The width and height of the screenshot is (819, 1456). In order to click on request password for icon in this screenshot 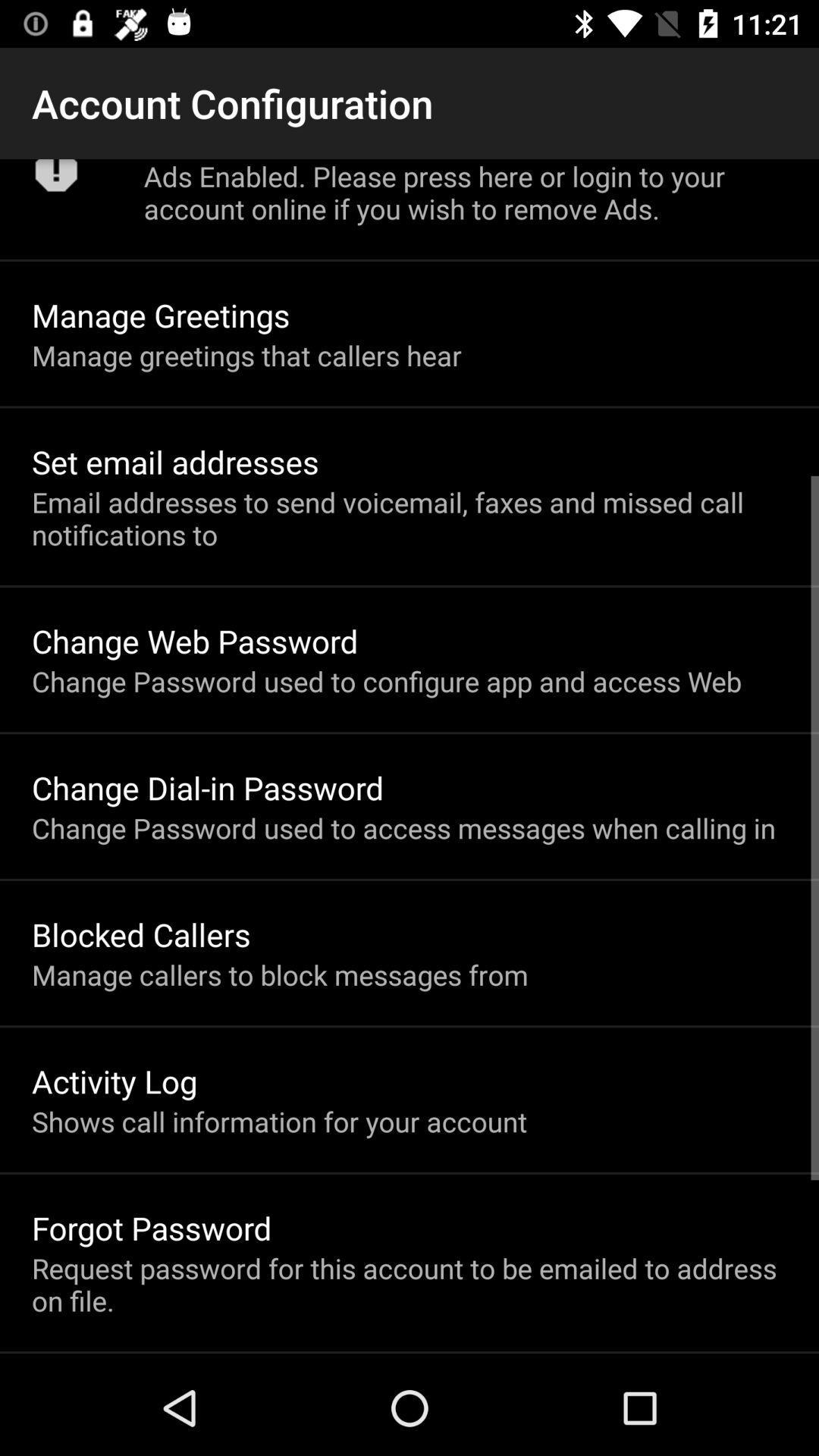, I will do `click(409, 1283)`.